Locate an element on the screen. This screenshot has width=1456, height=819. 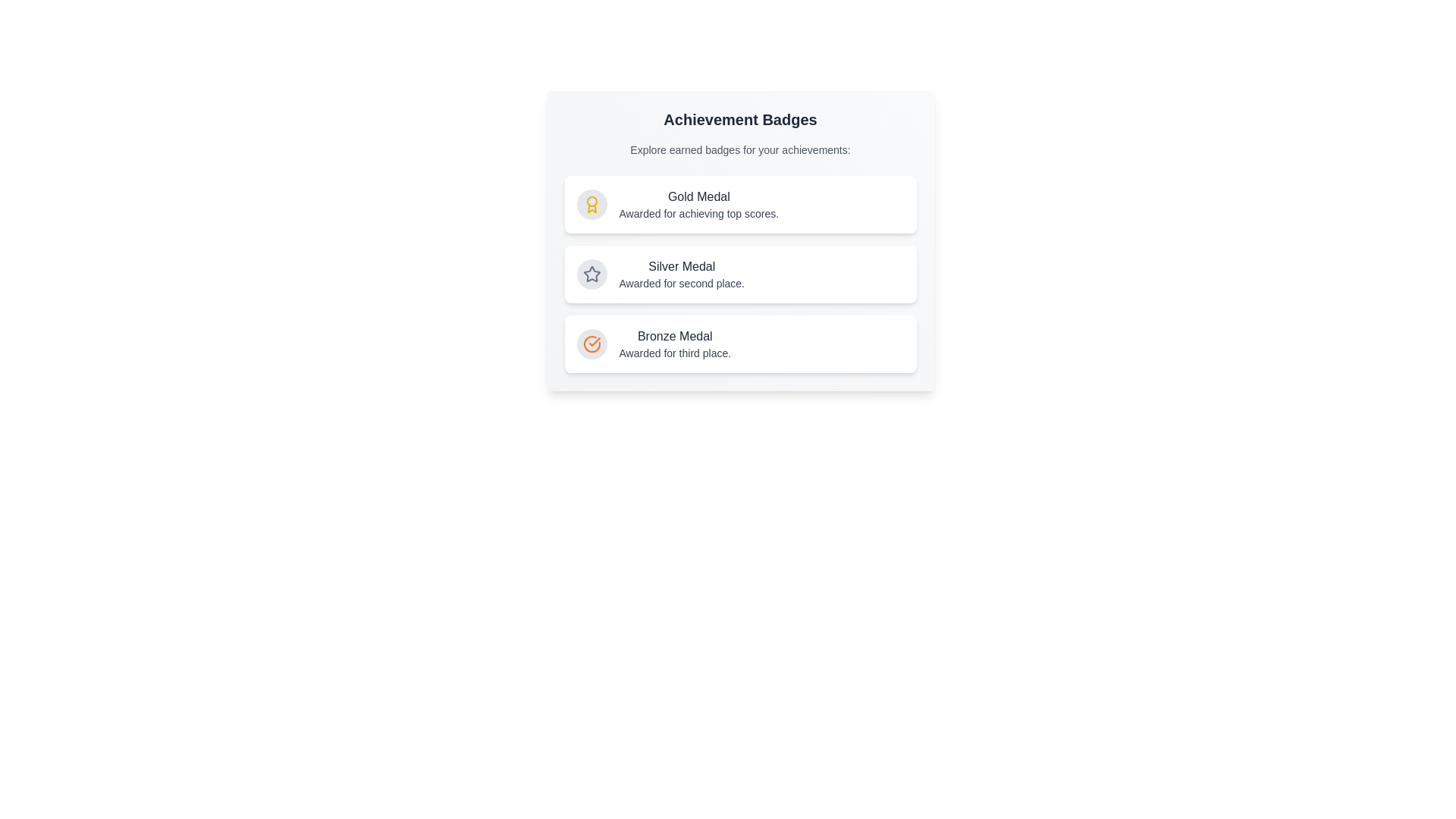
the bronze medal icon, which is the third item in a vertically stacked list of achievement badges, visually distinct by its orange color is located at coordinates (591, 344).